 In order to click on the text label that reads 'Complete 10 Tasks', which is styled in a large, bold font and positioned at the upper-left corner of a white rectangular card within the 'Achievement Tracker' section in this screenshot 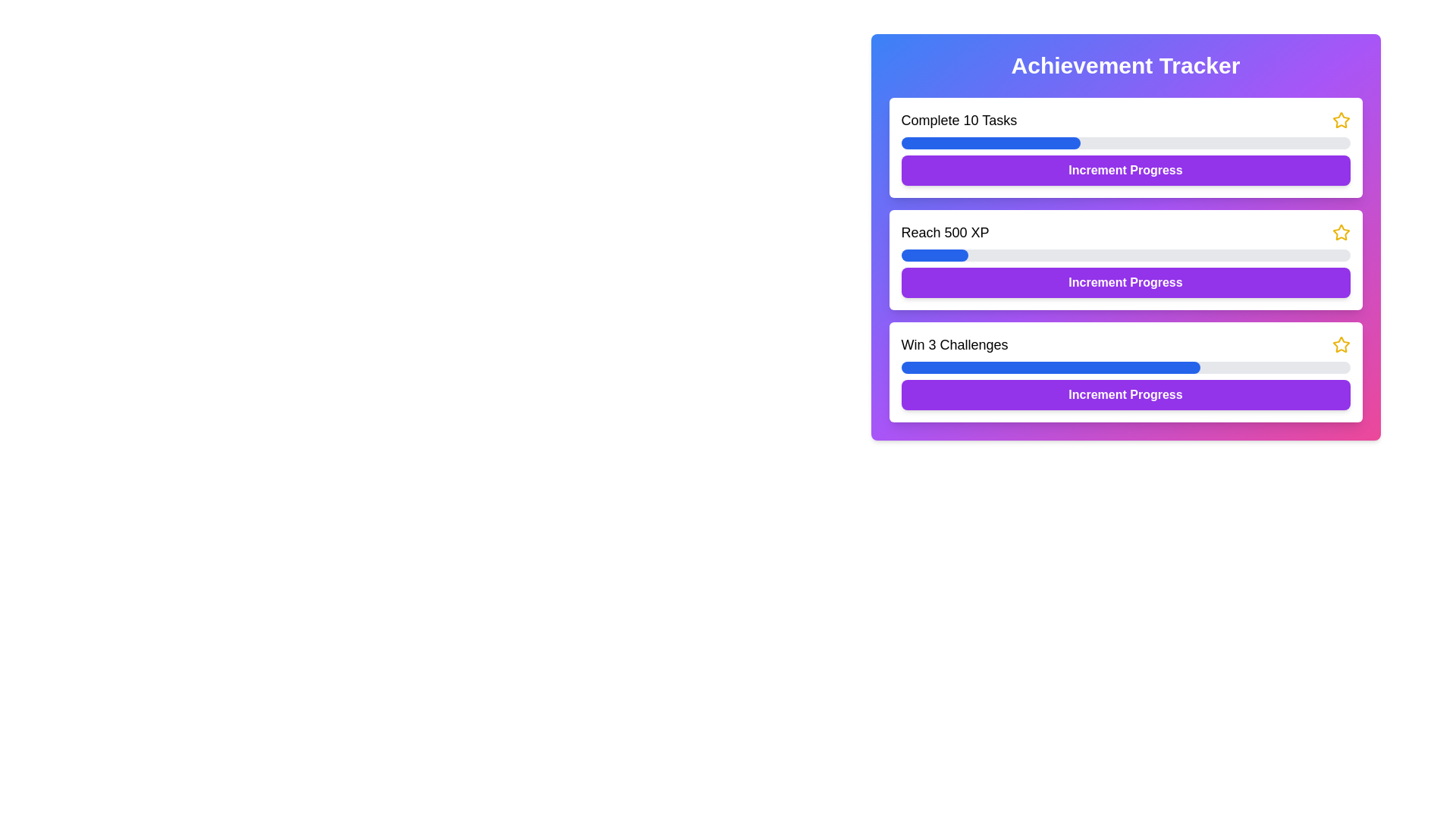, I will do `click(958, 119)`.